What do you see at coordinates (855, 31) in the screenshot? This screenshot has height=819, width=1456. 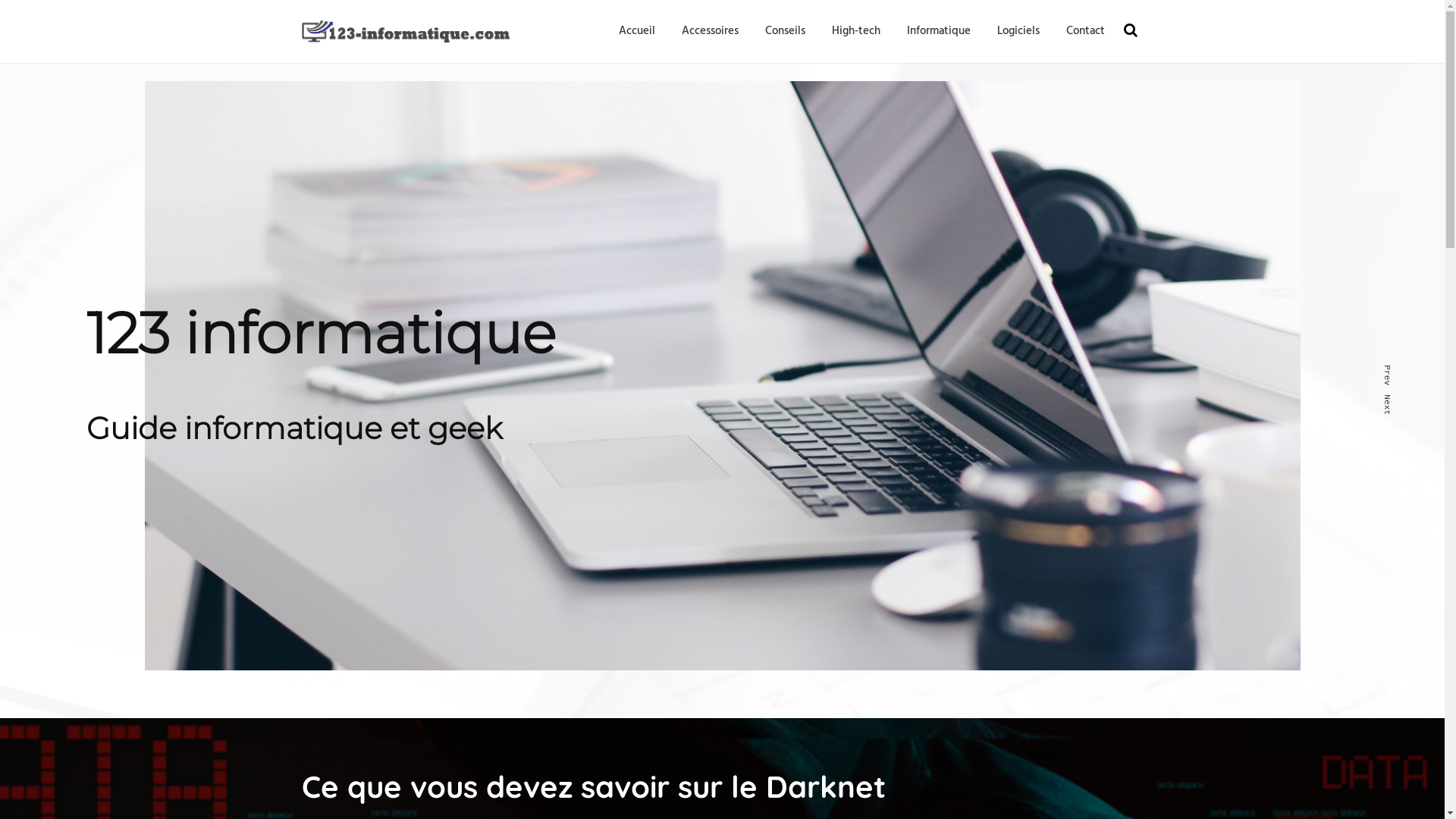 I see `'High-tech'` at bounding box center [855, 31].